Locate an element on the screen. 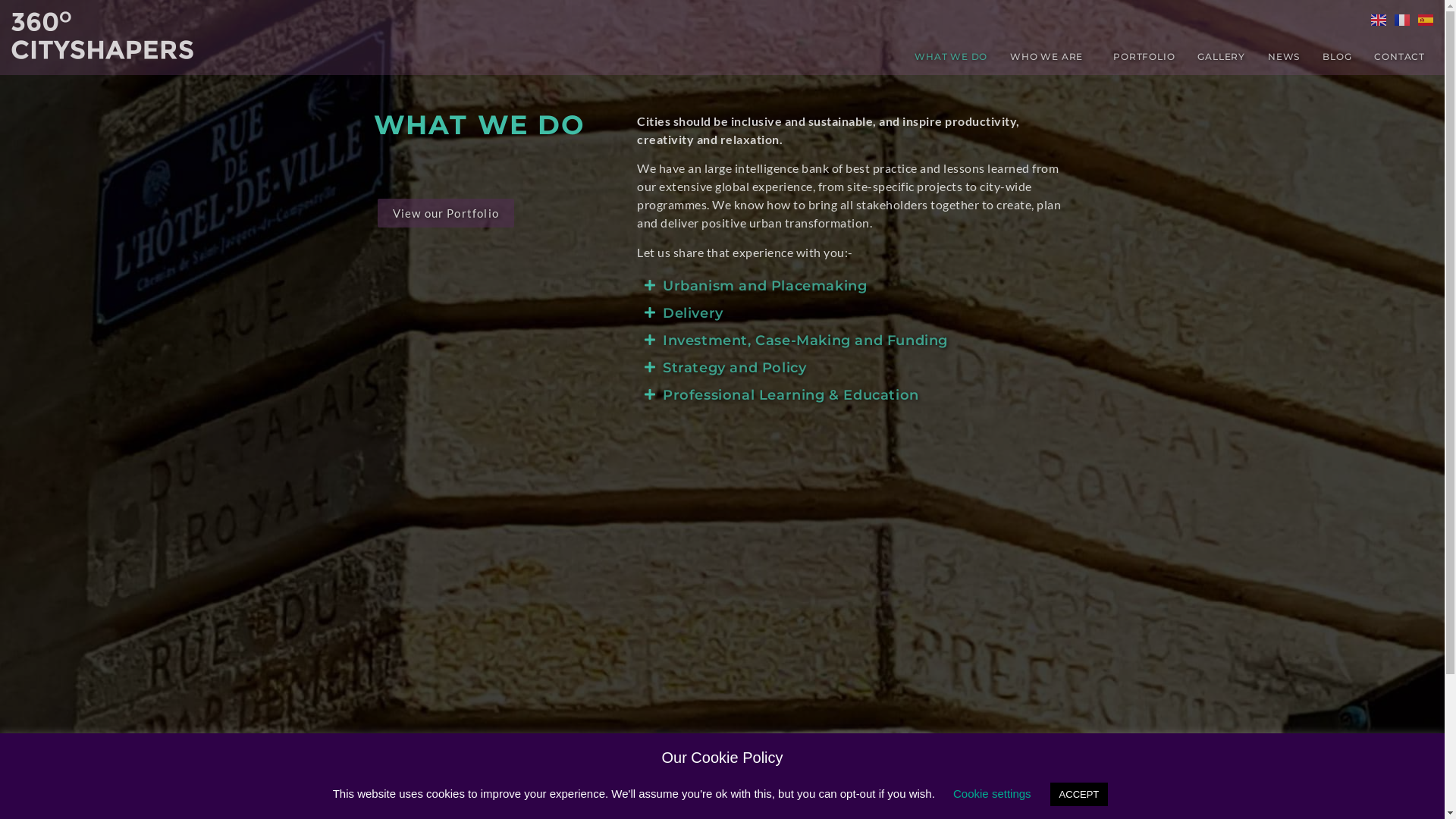  'Cookie settings' is located at coordinates (992, 792).